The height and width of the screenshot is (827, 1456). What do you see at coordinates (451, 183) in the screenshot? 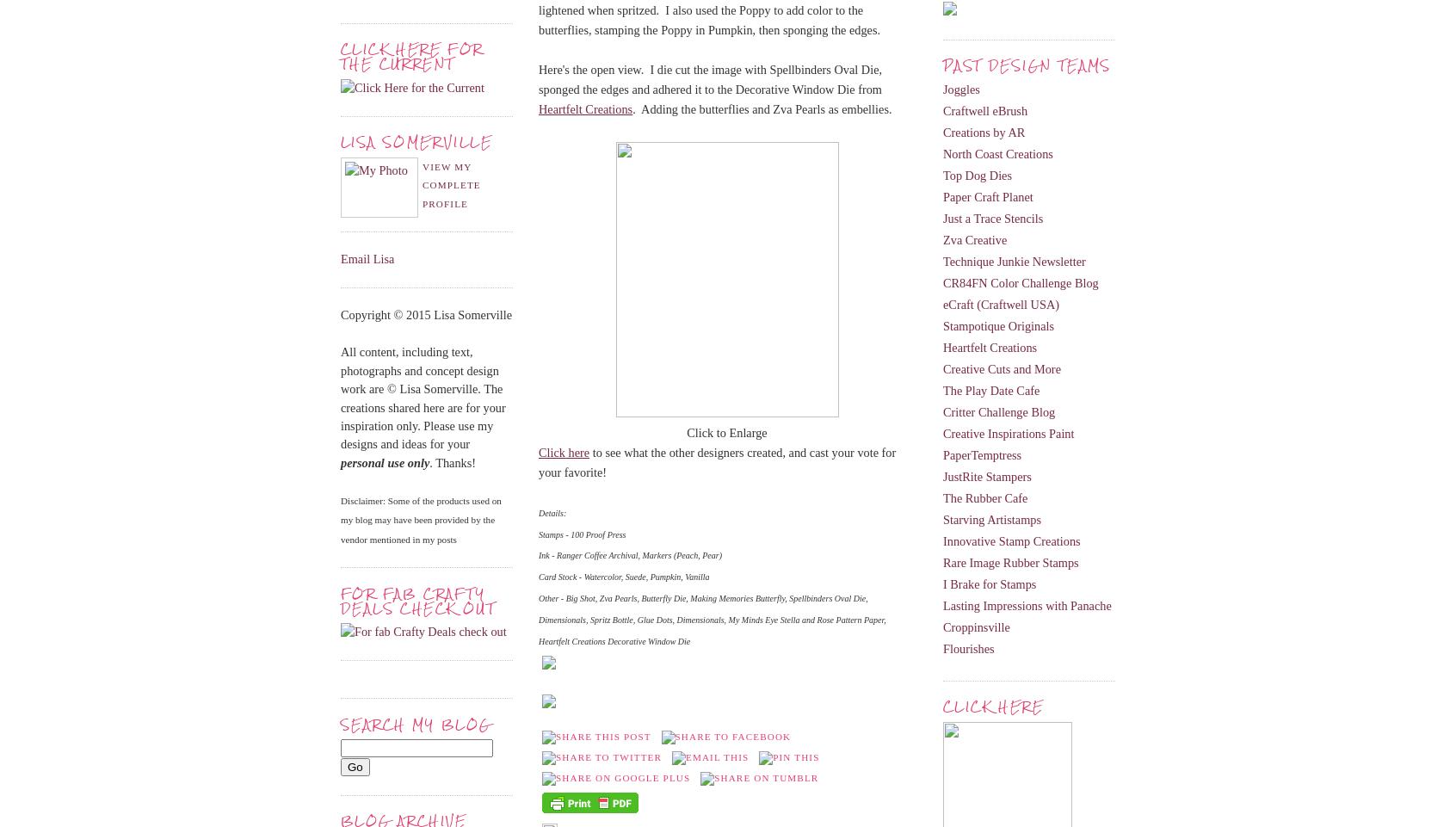
I see `'View my complete profile'` at bounding box center [451, 183].